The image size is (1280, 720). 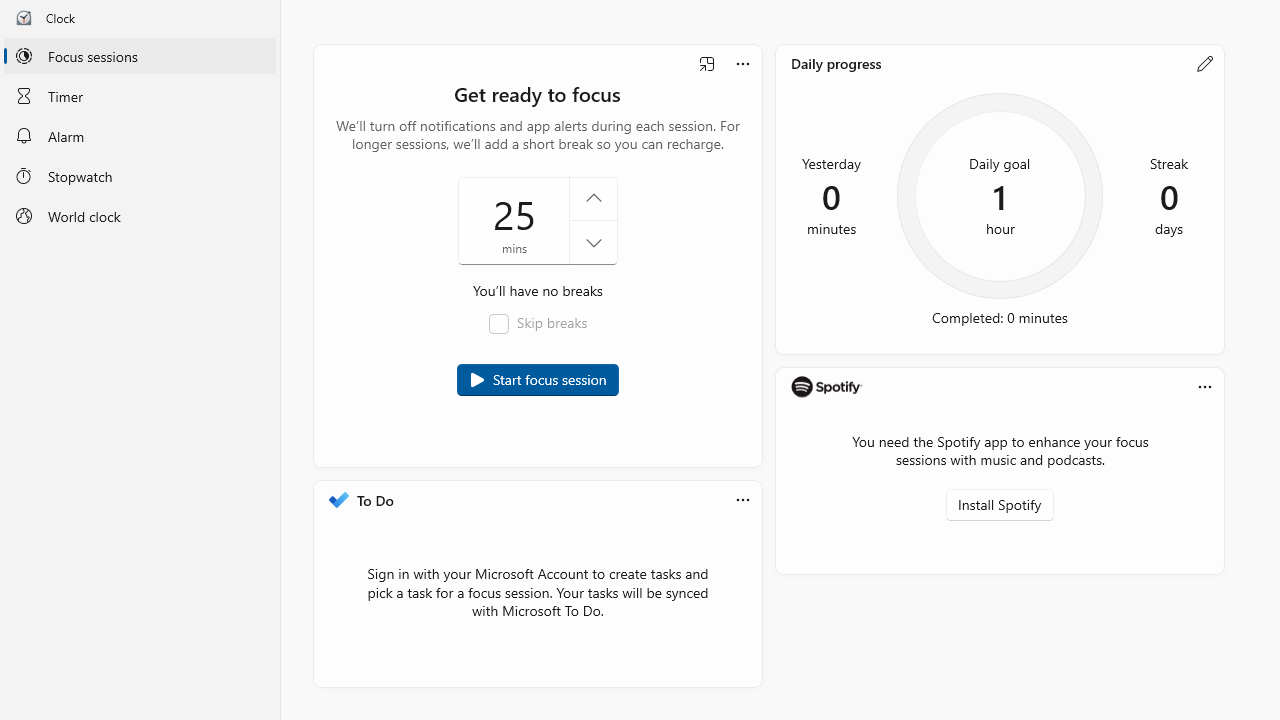 I want to click on 'World clock', so click(x=139, y=216).